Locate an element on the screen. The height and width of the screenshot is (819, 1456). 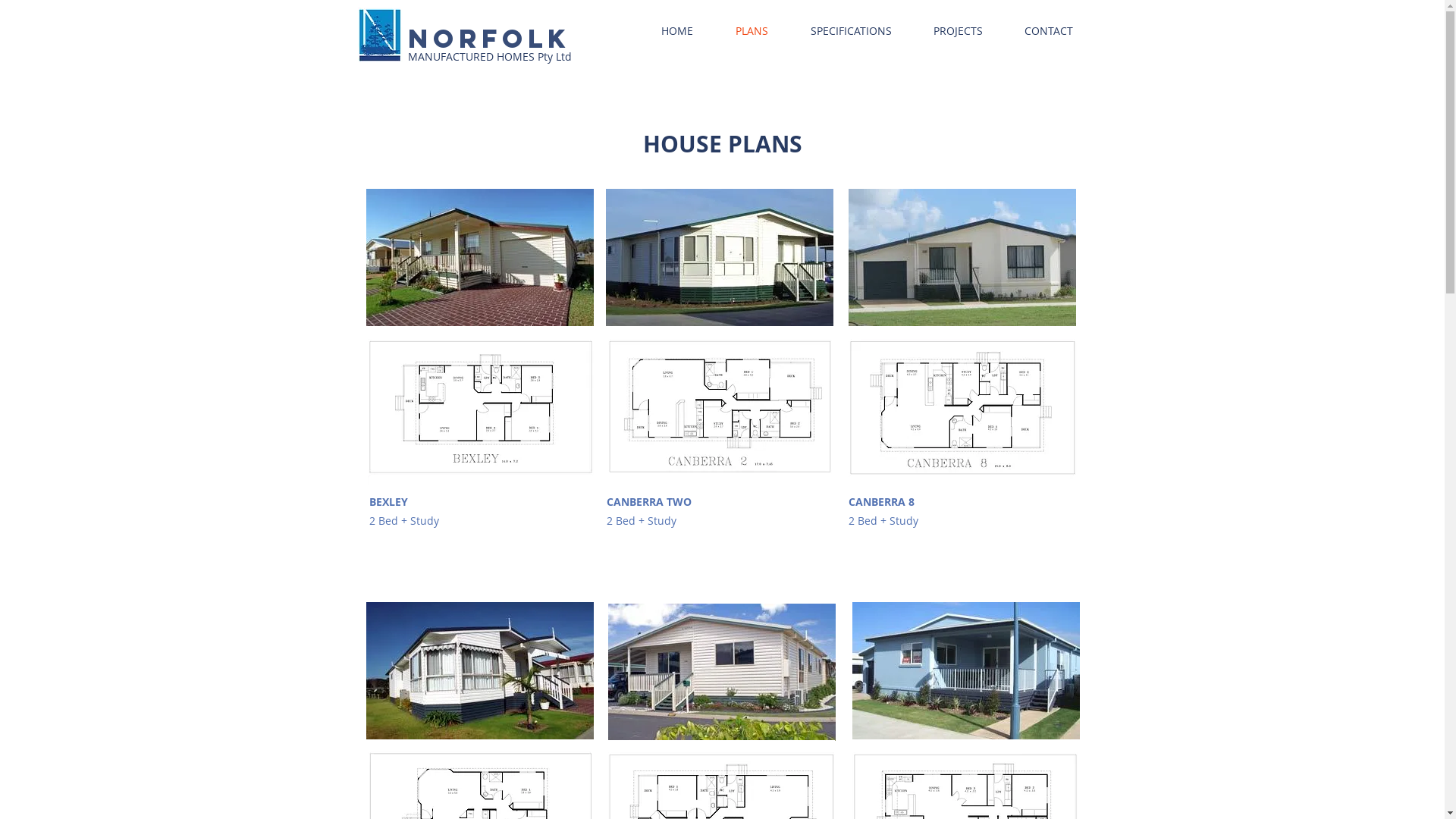
'CONTACT' is located at coordinates (1048, 31).